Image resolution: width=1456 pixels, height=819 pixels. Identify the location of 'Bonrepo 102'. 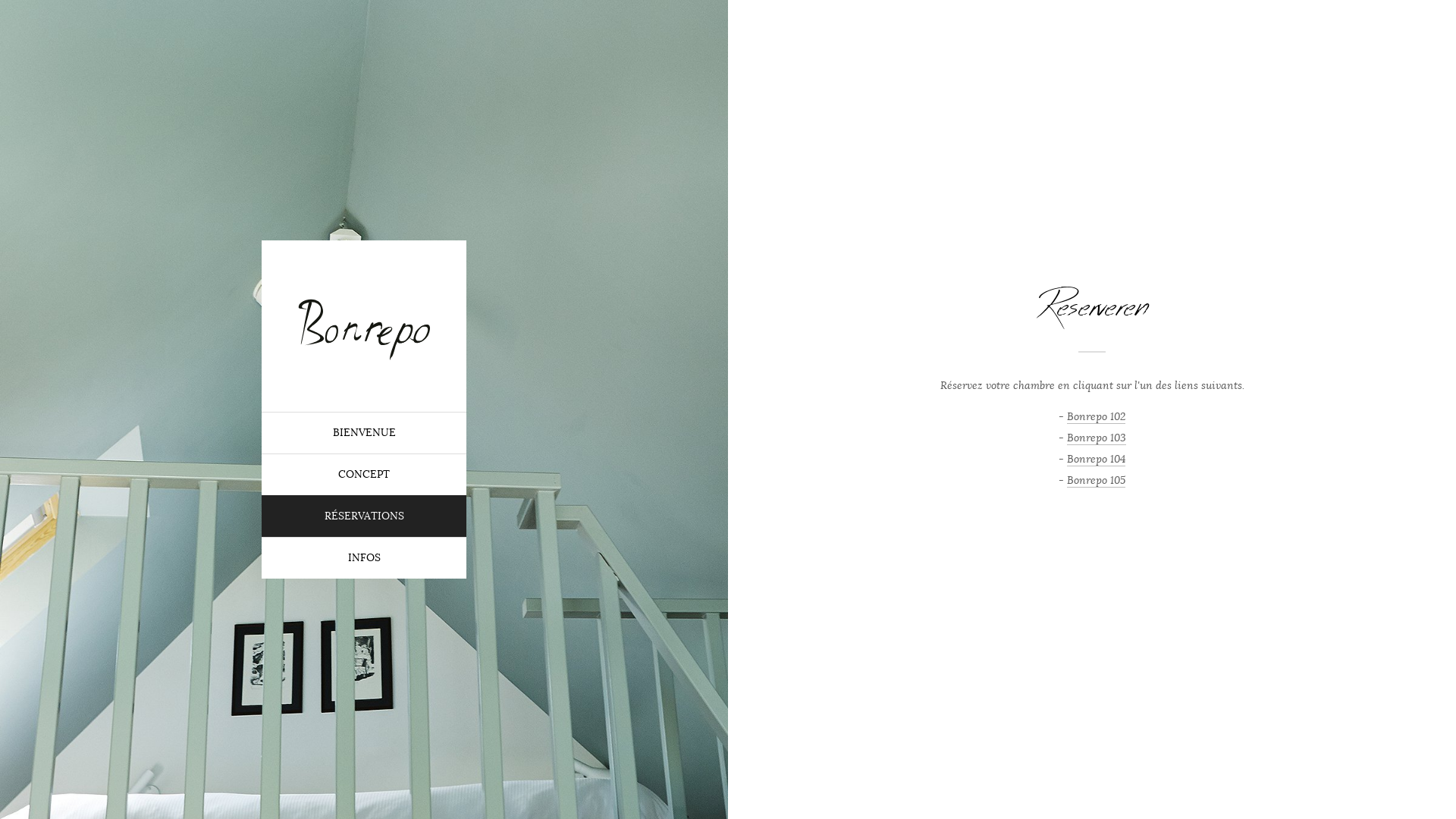
(1065, 416).